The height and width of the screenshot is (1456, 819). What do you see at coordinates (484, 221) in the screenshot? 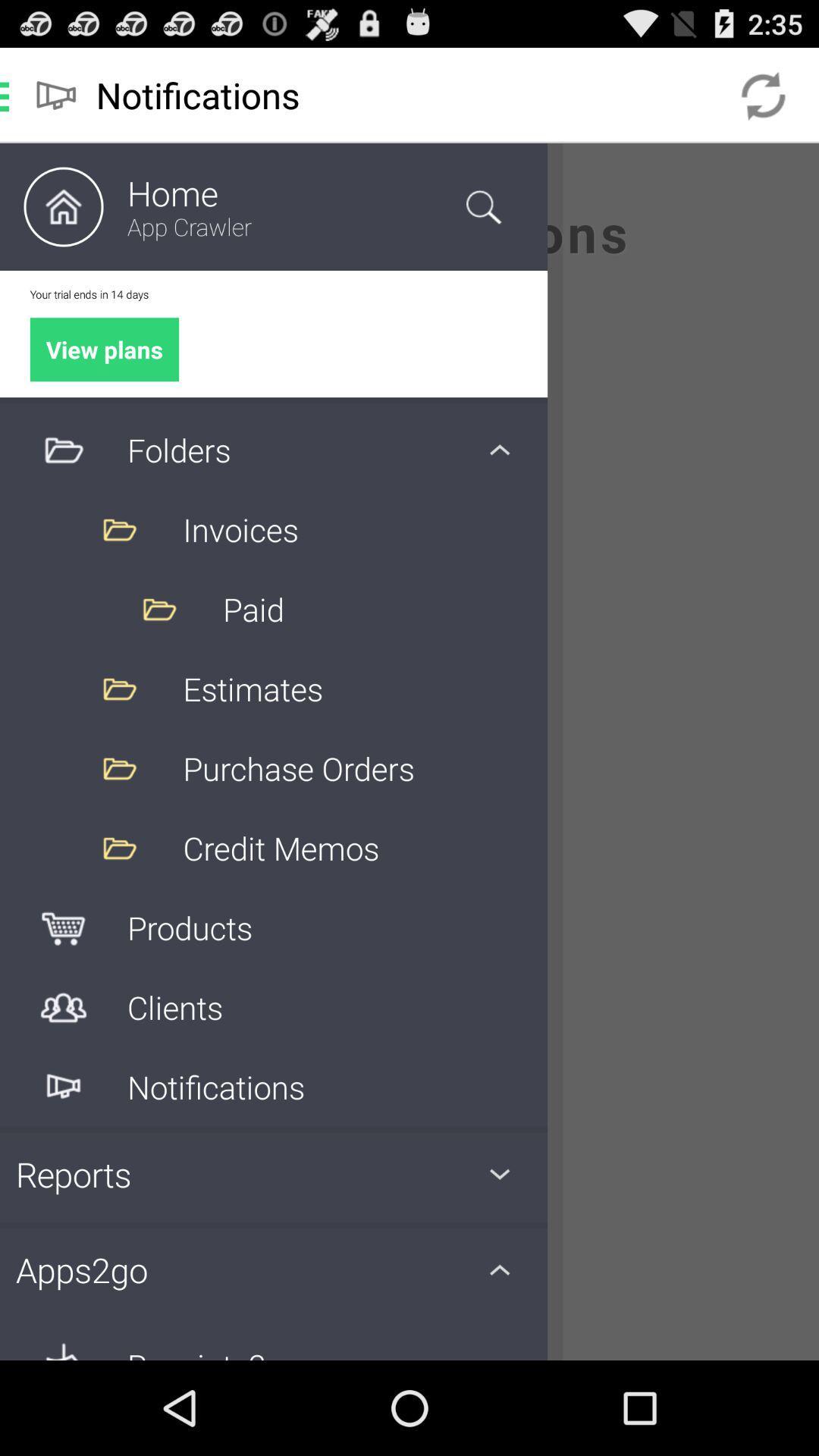
I see `the search icon` at bounding box center [484, 221].